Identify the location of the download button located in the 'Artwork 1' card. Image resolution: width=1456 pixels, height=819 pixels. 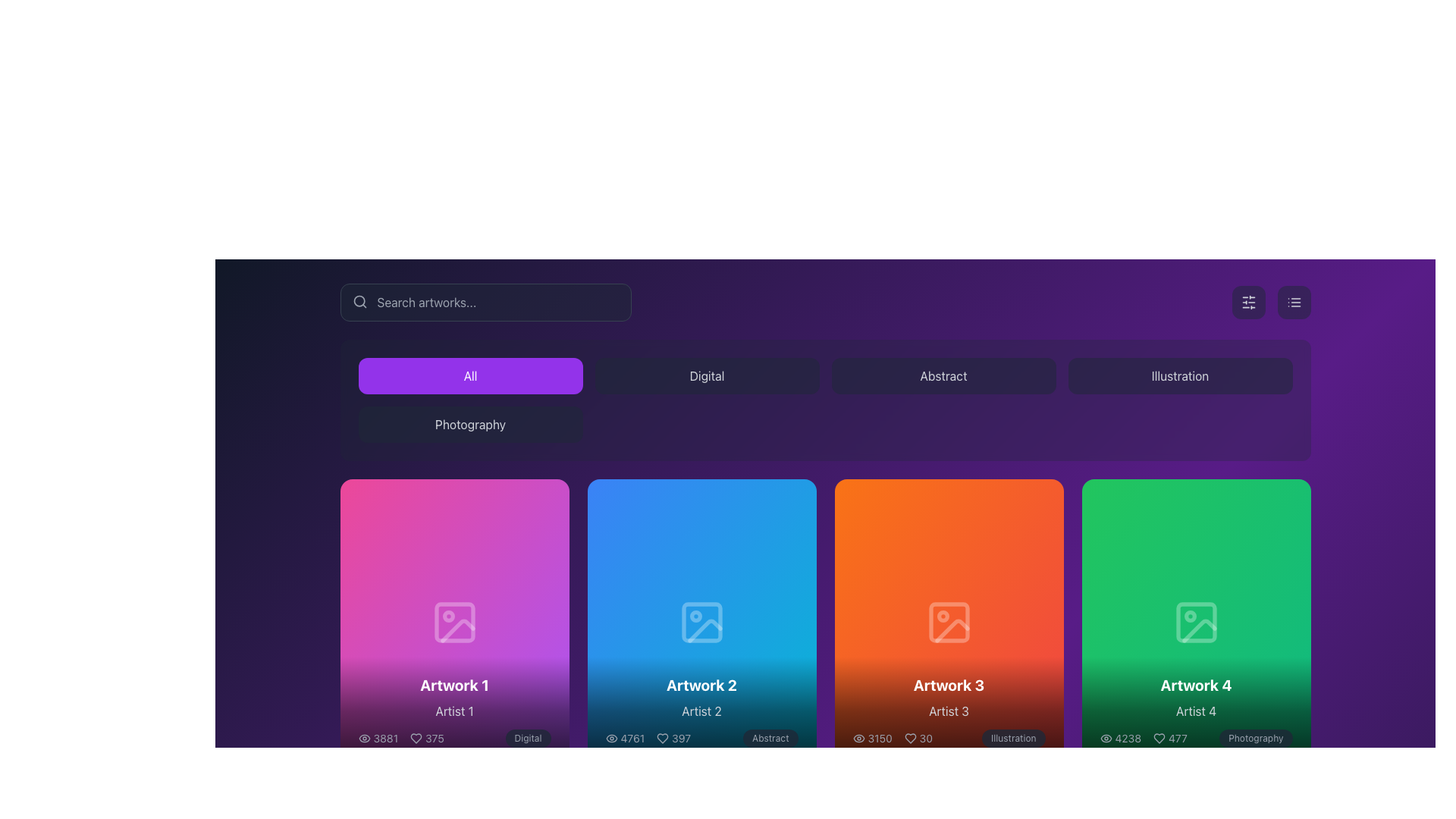
(453, 622).